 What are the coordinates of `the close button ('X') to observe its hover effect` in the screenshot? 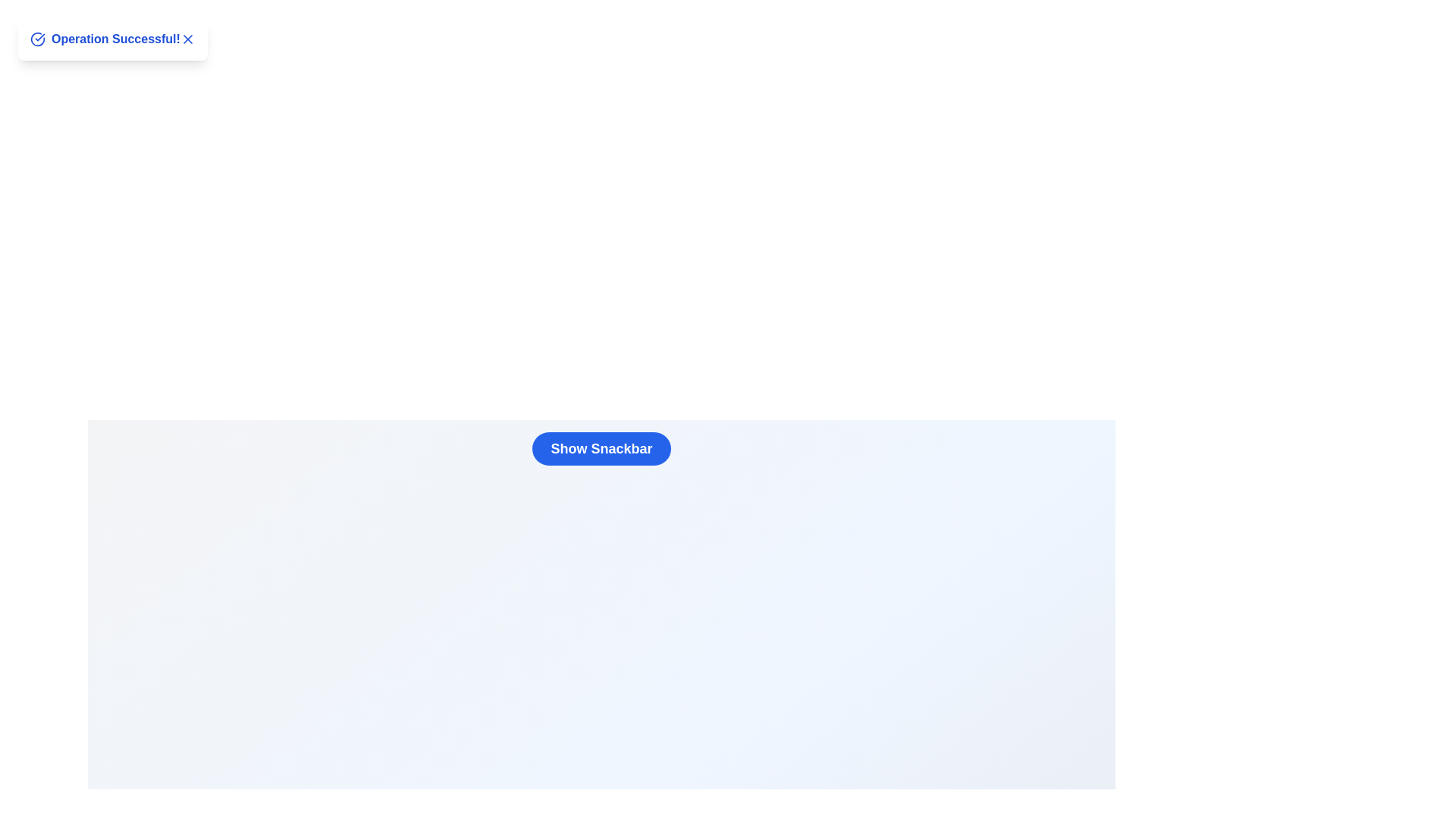 It's located at (187, 38).